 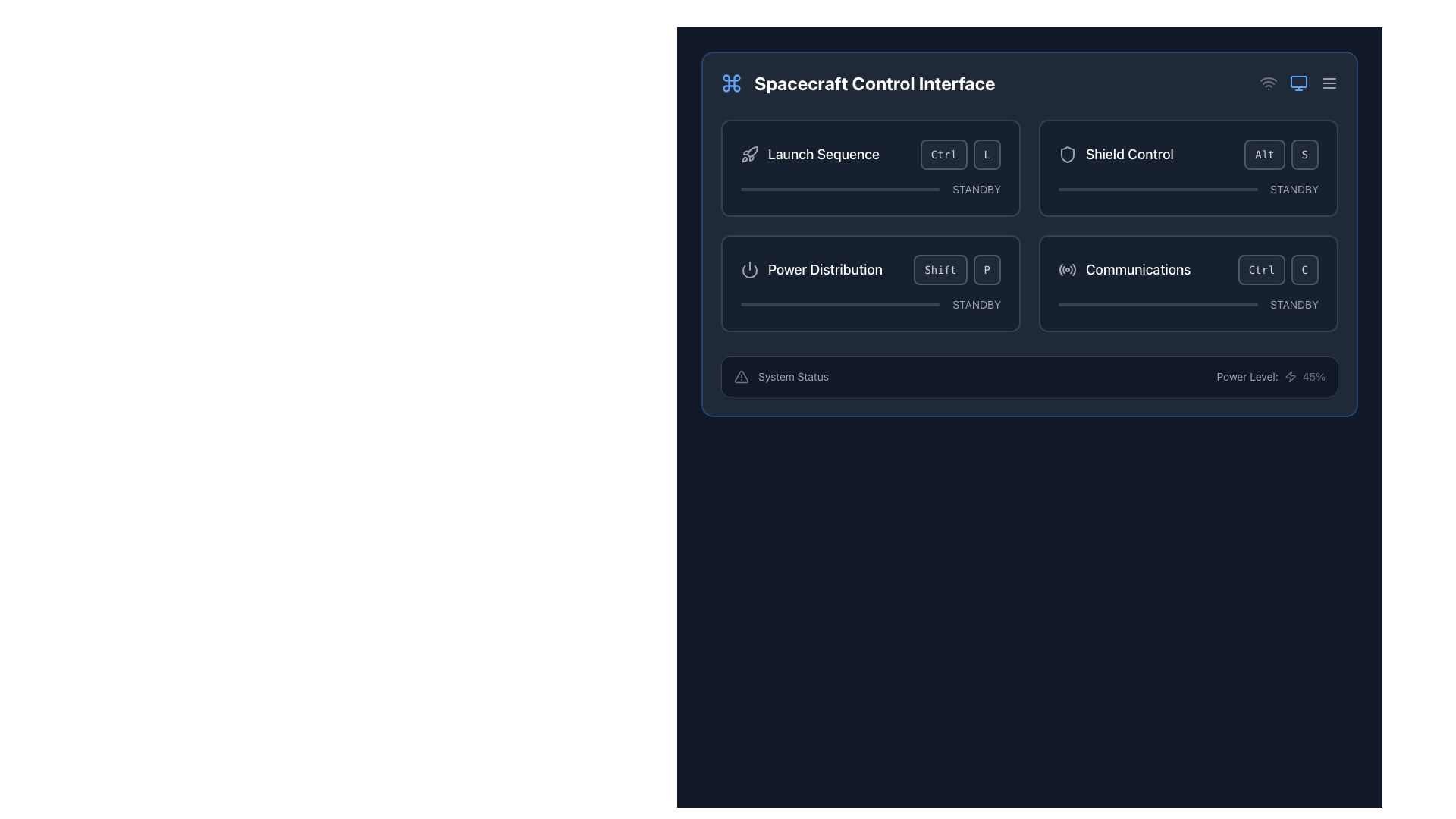 I want to click on the Non-interactive informational label displaying 'System Status' with a warning triangle icon, located at the bottom-left corner of the section, so click(x=781, y=376).